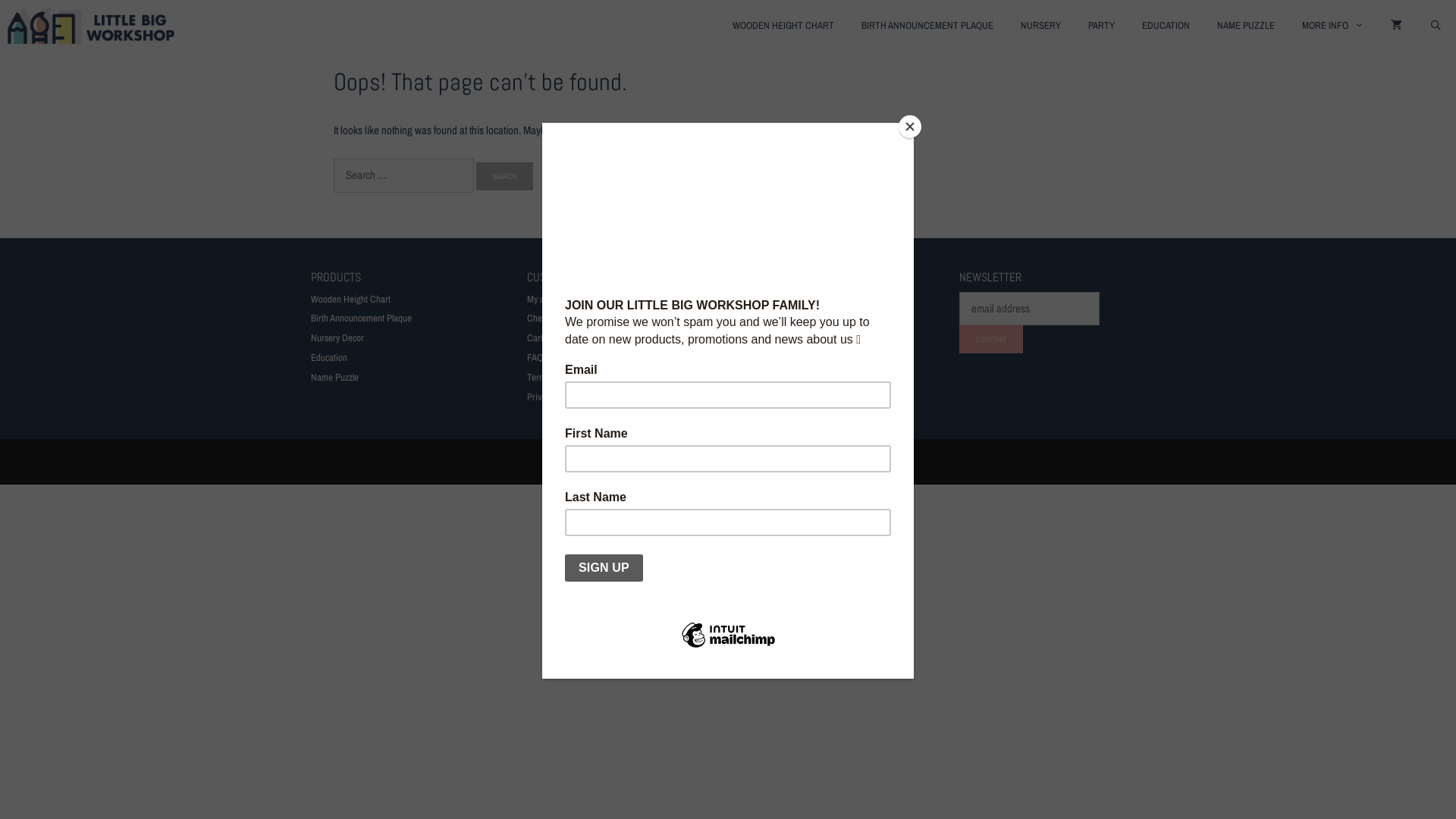  What do you see at coordinates (7, 26) in the screenshot?
I see `'Little Big Workshop'` at bounding box center [7, 26].